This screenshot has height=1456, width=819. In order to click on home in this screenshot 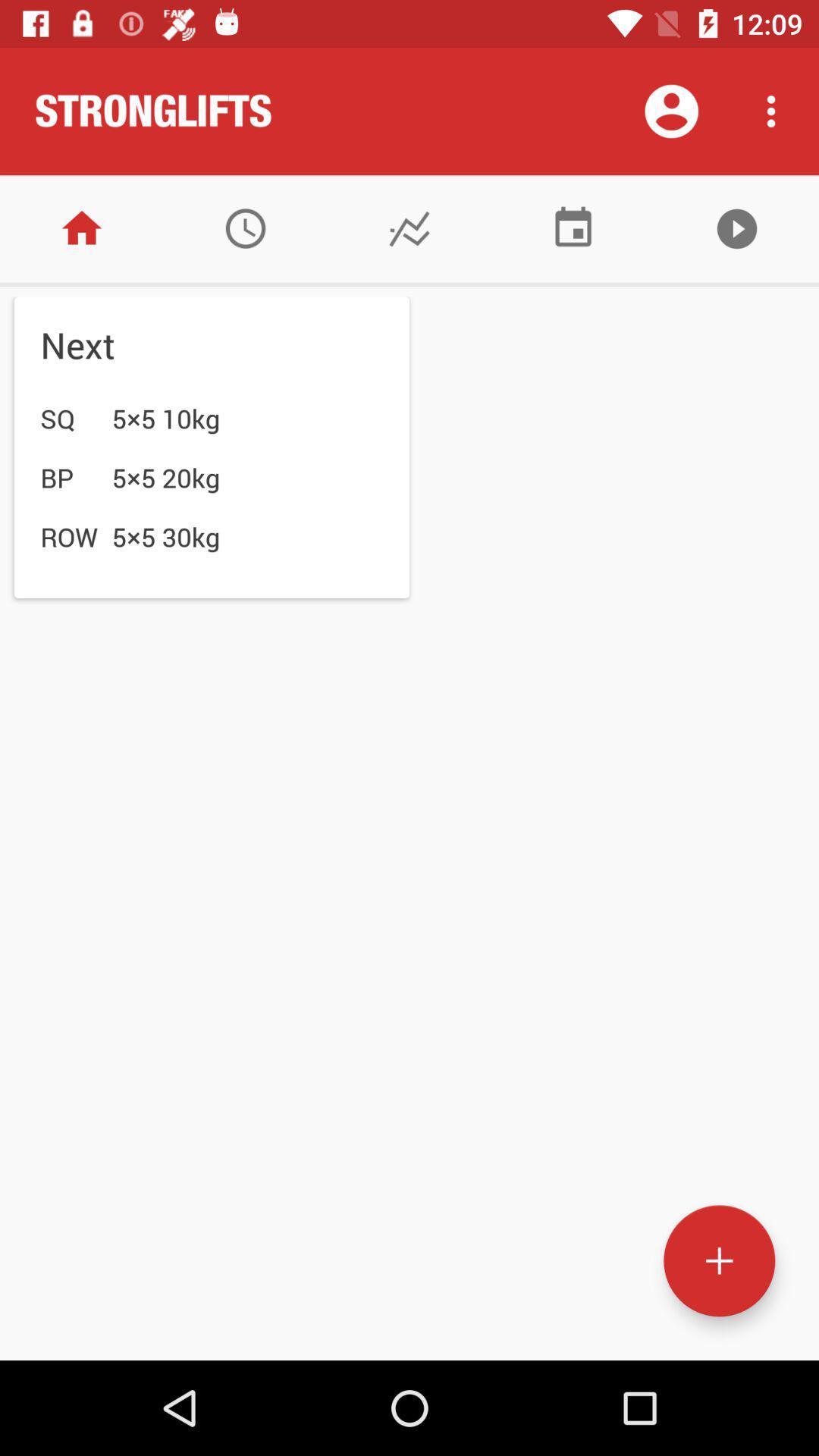, I will do `click(82, 227)`.